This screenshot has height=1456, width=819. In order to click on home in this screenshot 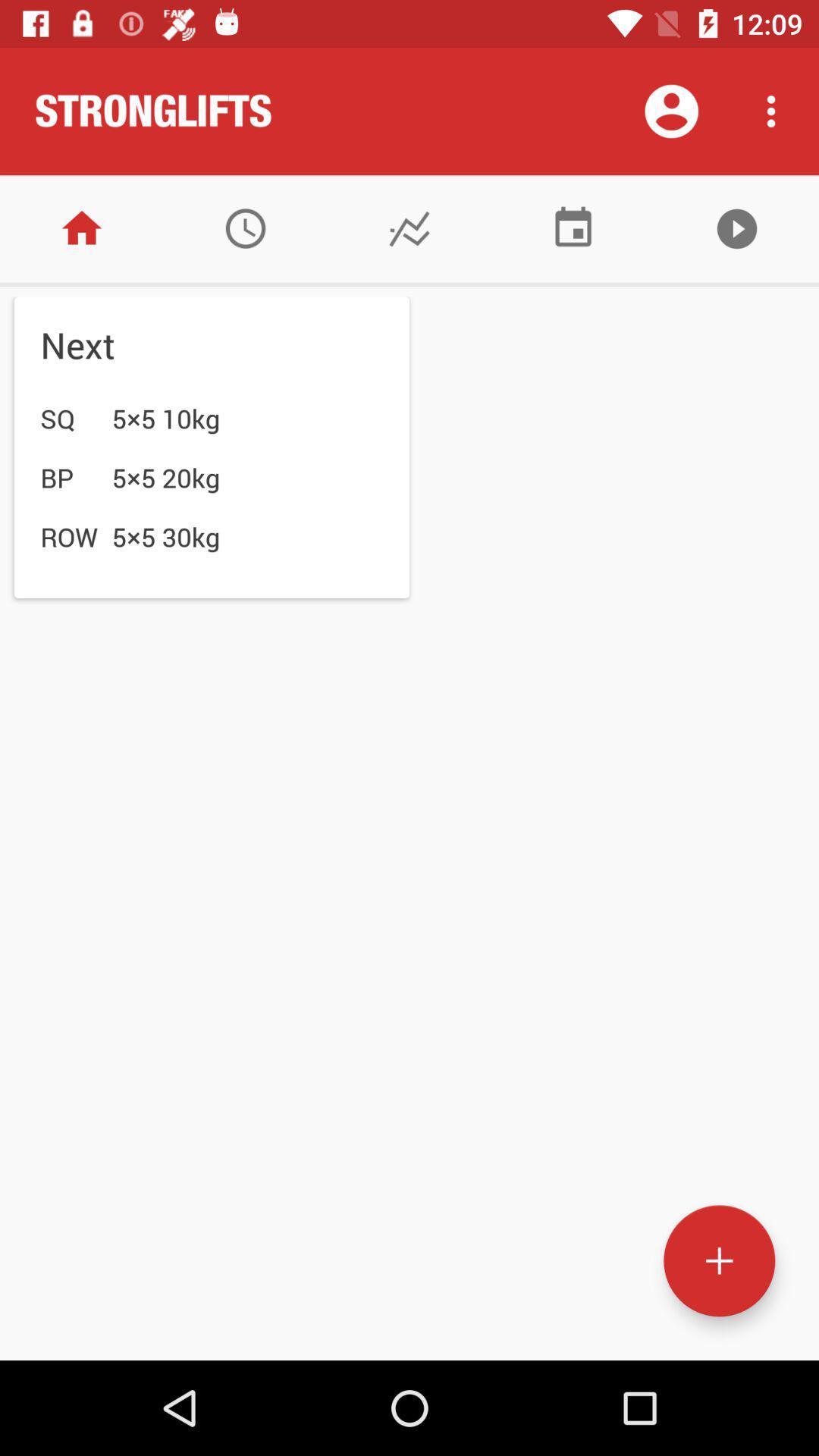, I will do `click(82, 227)`.